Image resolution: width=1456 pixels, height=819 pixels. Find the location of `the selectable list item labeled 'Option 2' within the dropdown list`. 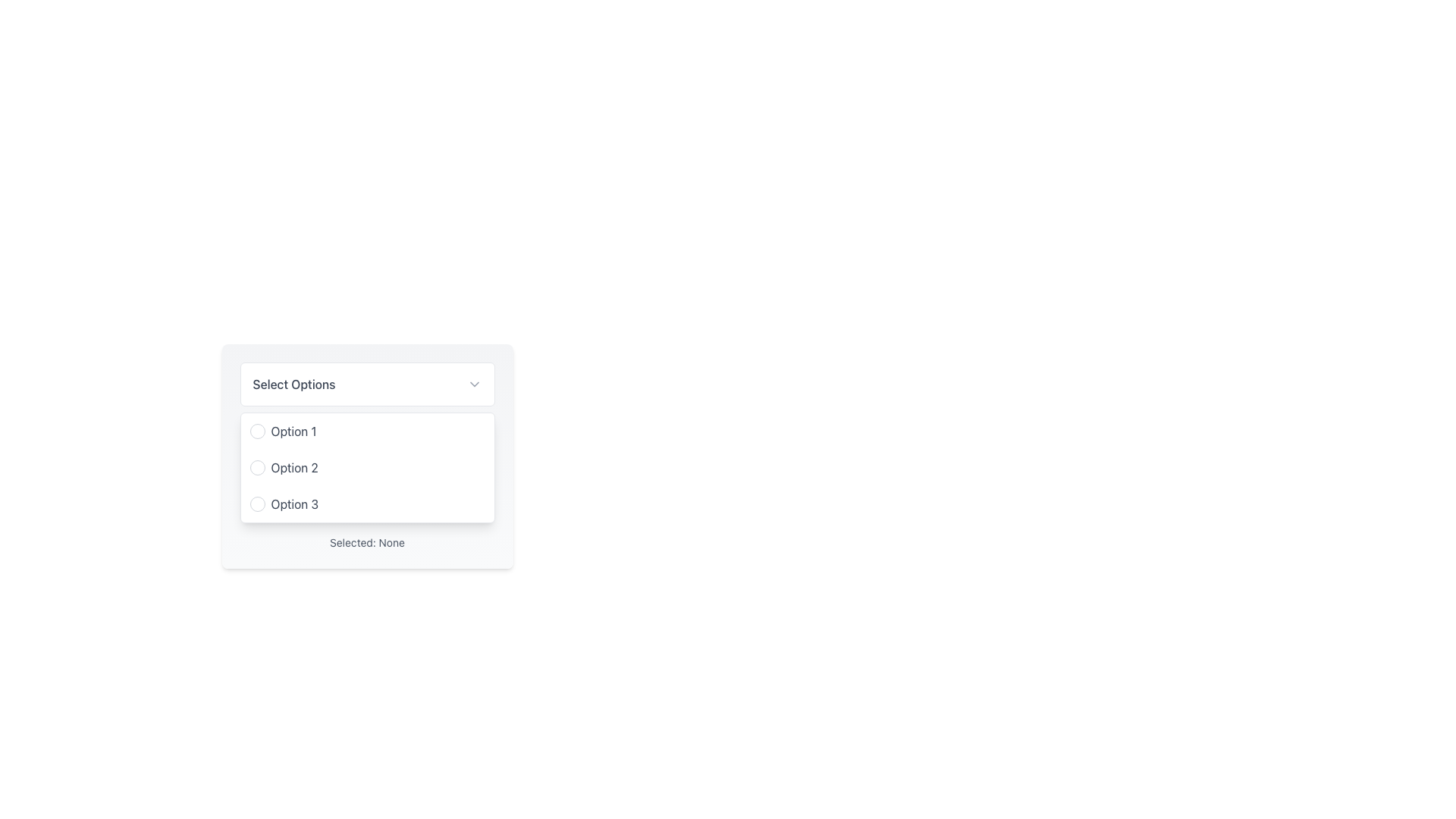

the selectable list item labeled 'Option 2' within the dropdown list is located at coordinates (367, 467).